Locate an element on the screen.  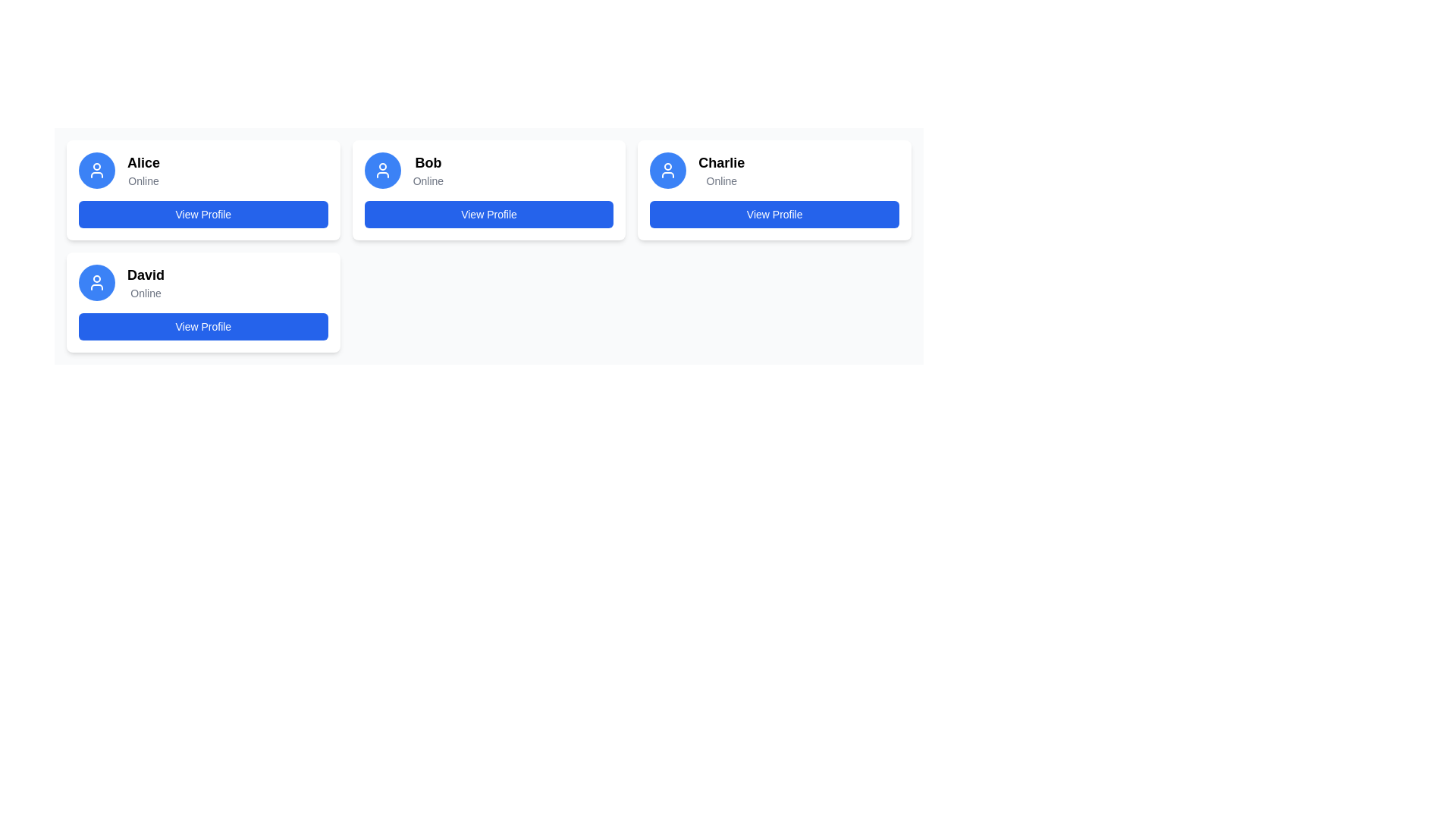
the user icon representing 'David', which is a vector graphic consisting of a circular head and upper body outline, displayed in white against a blue circular background is located at coordinates (96, 283).